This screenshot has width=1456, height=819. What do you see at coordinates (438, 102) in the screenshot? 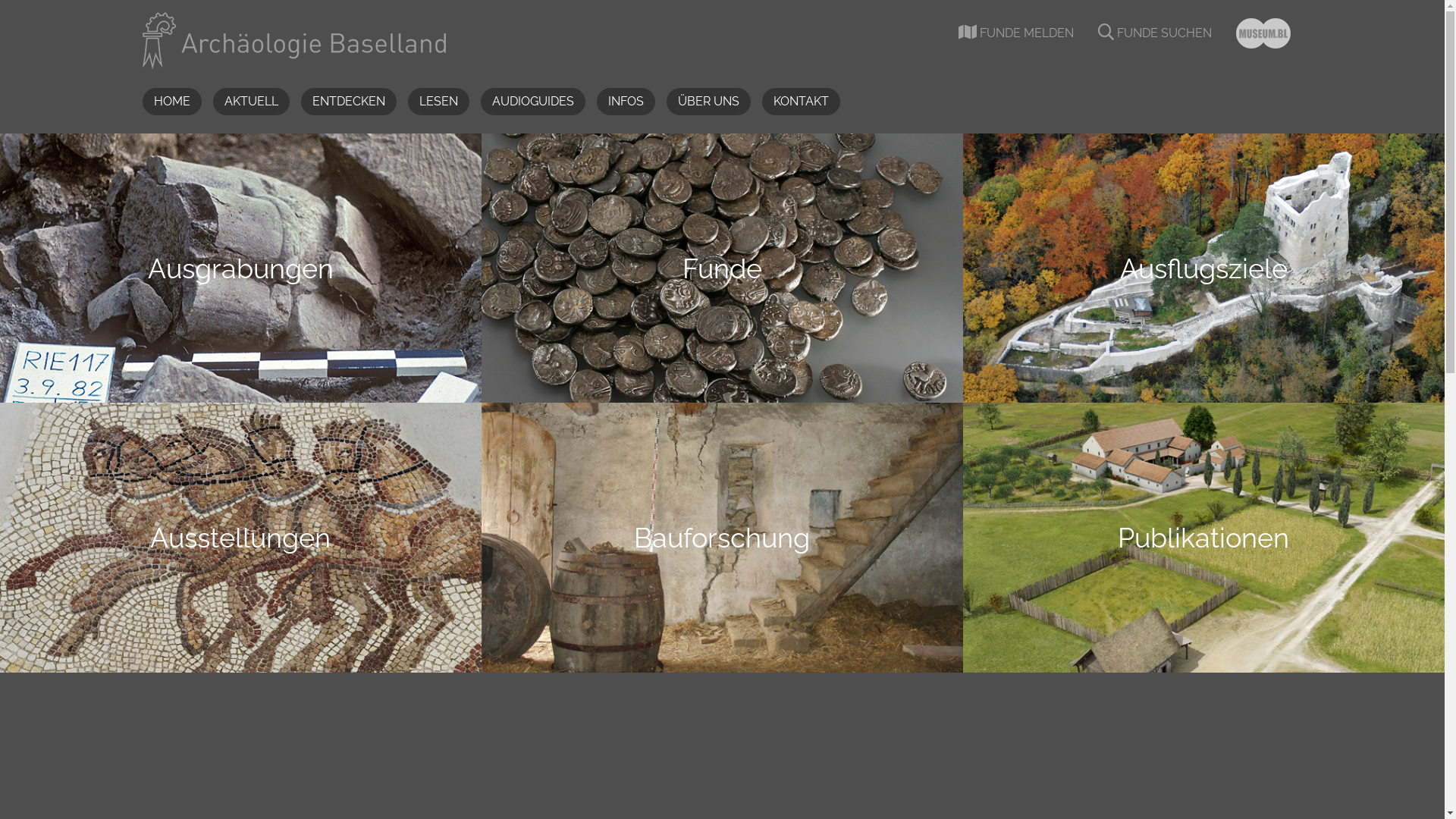
I see `'LESEN'` at bounding box center [438, 102].